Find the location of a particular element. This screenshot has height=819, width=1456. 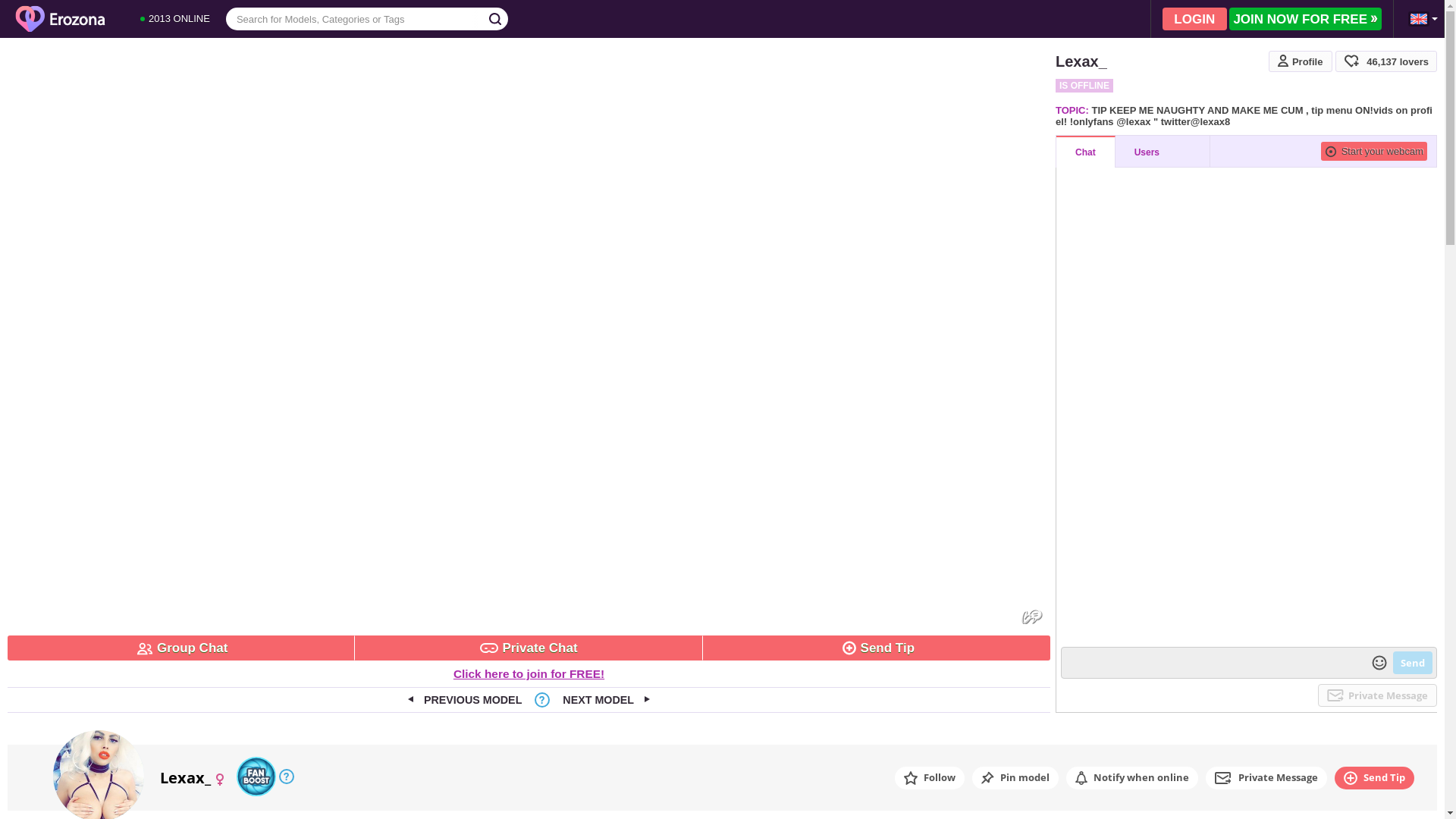

'Private Chat' is located at coordinates (528, 648).